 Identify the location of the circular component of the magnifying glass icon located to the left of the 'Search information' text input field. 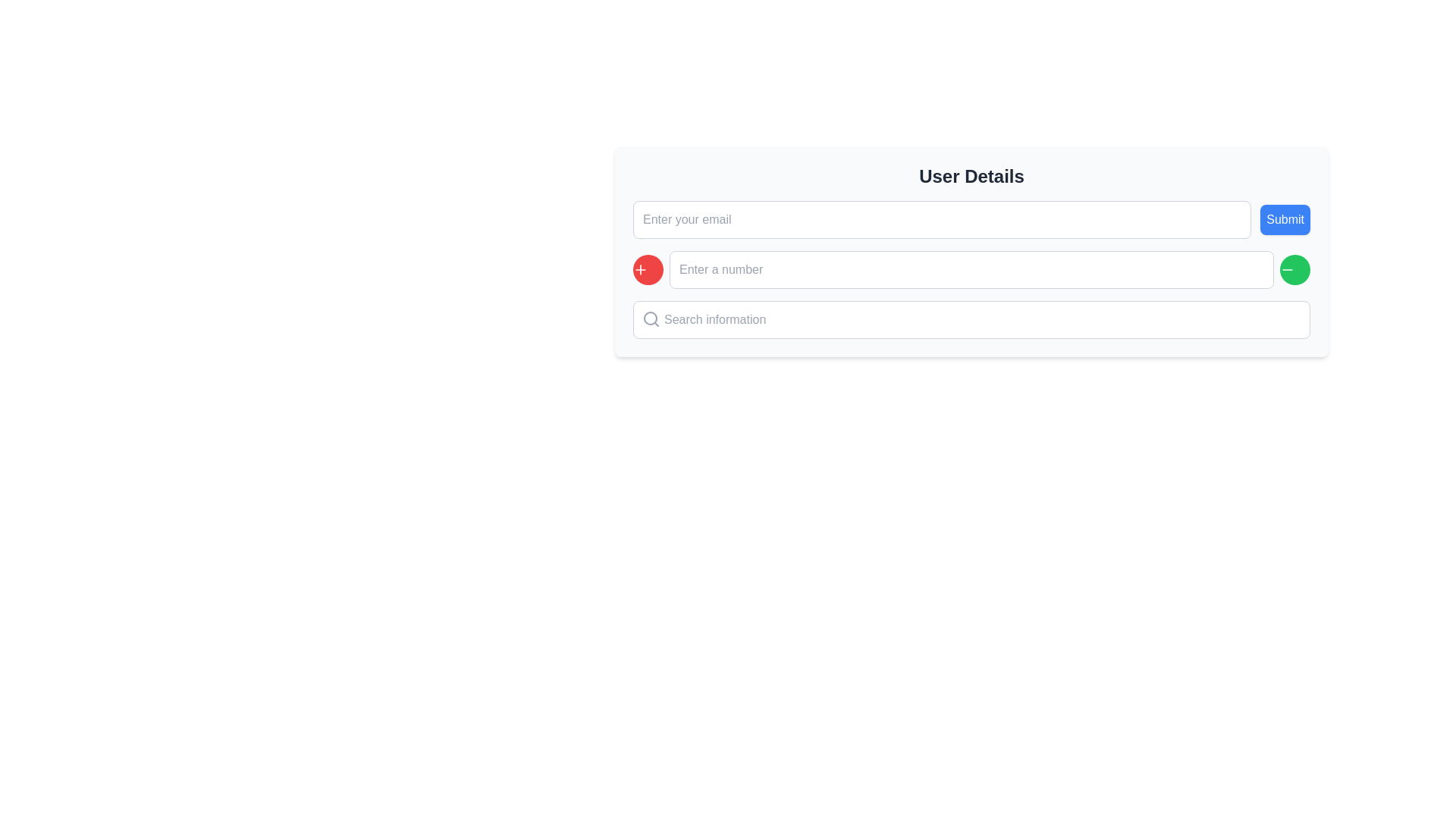
(651, 318).